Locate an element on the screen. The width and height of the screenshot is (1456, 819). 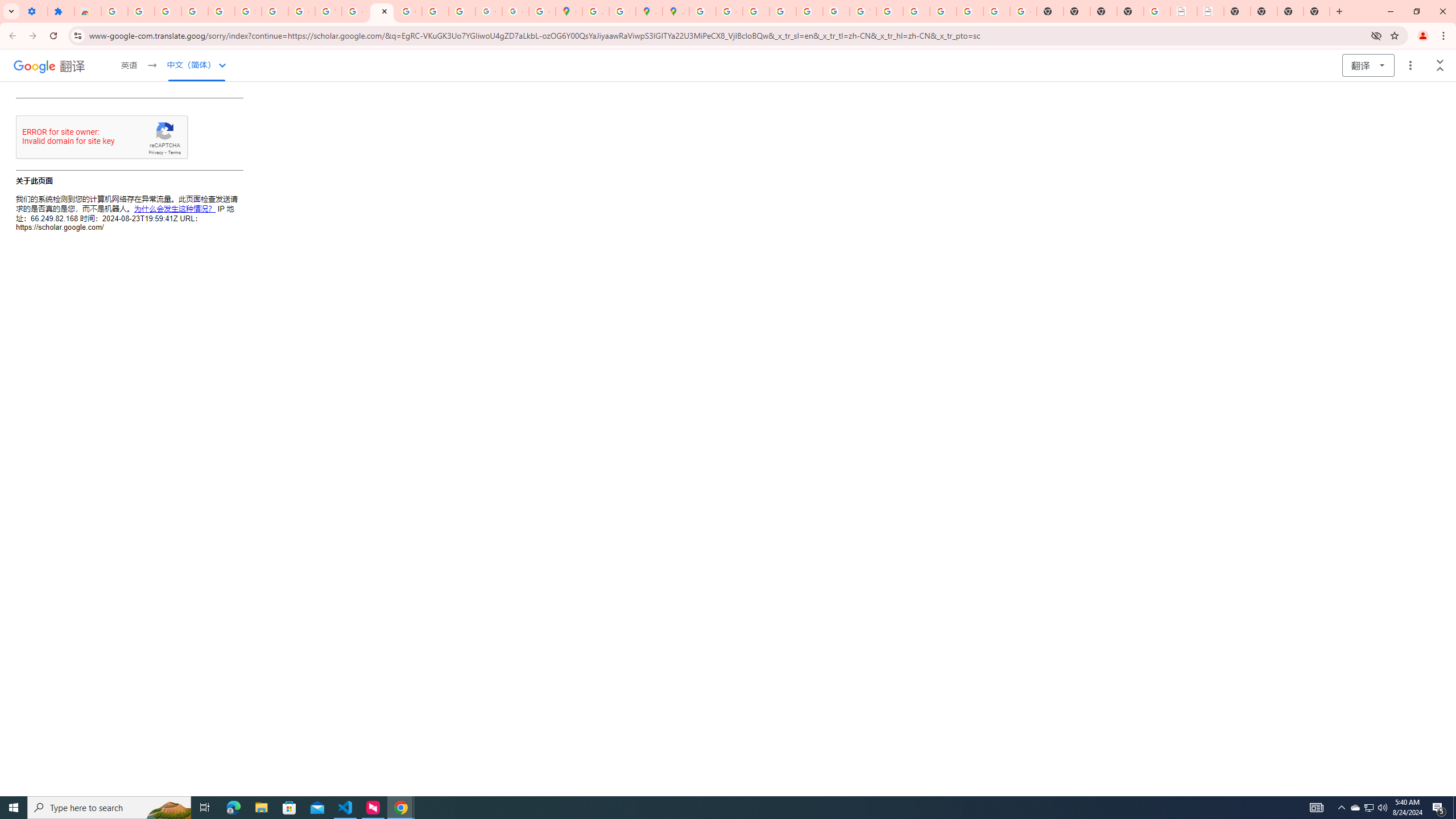
'Google Account' is located at coordinates (301, 11).